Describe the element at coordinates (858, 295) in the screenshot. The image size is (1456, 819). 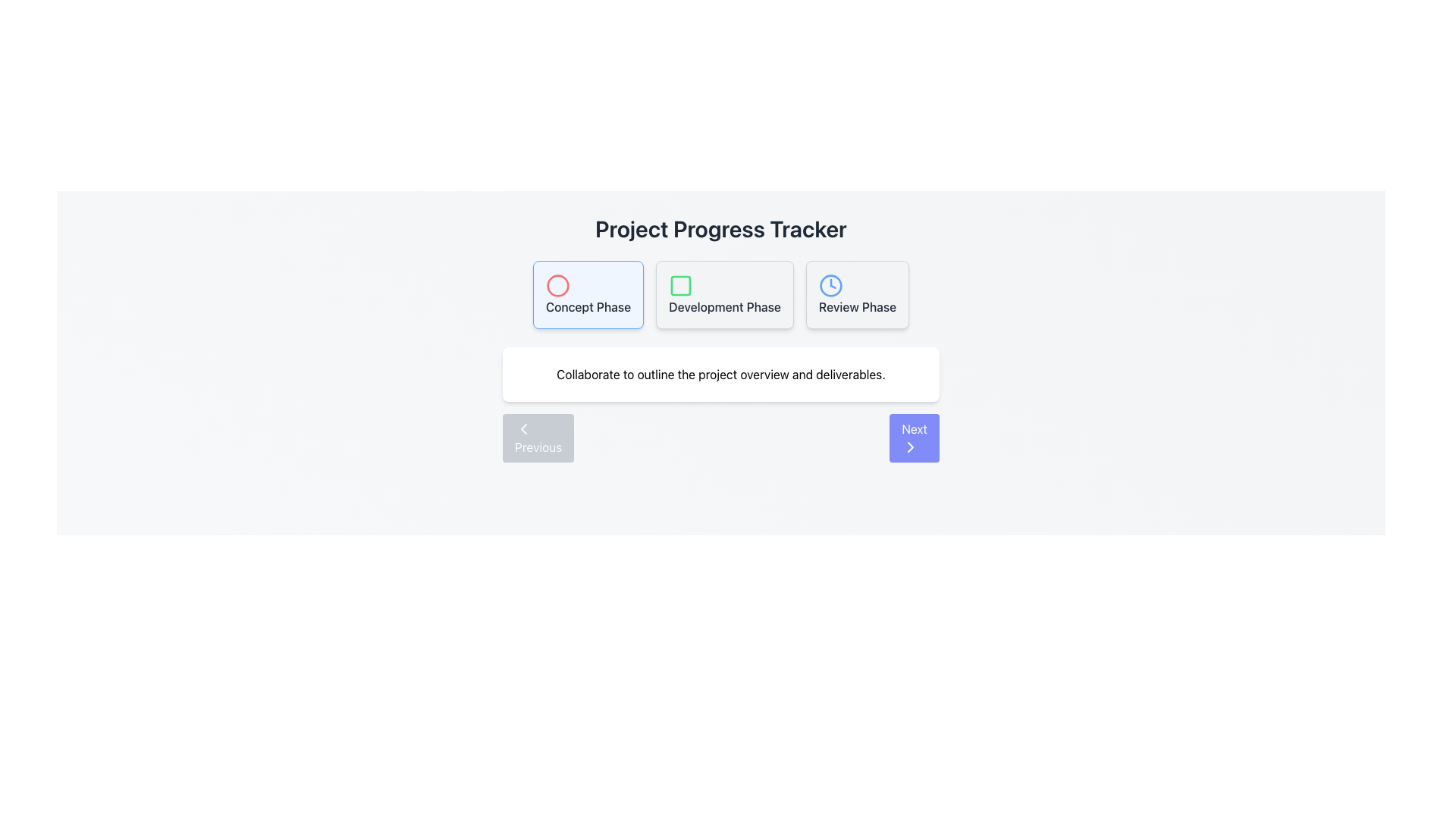
I see `the 'Review Phase' button, which is the rightmost button among three horizontally aligned buttons labeled 'Concept Phase', 'Development Phase', and 'Review Phase'` at that location.